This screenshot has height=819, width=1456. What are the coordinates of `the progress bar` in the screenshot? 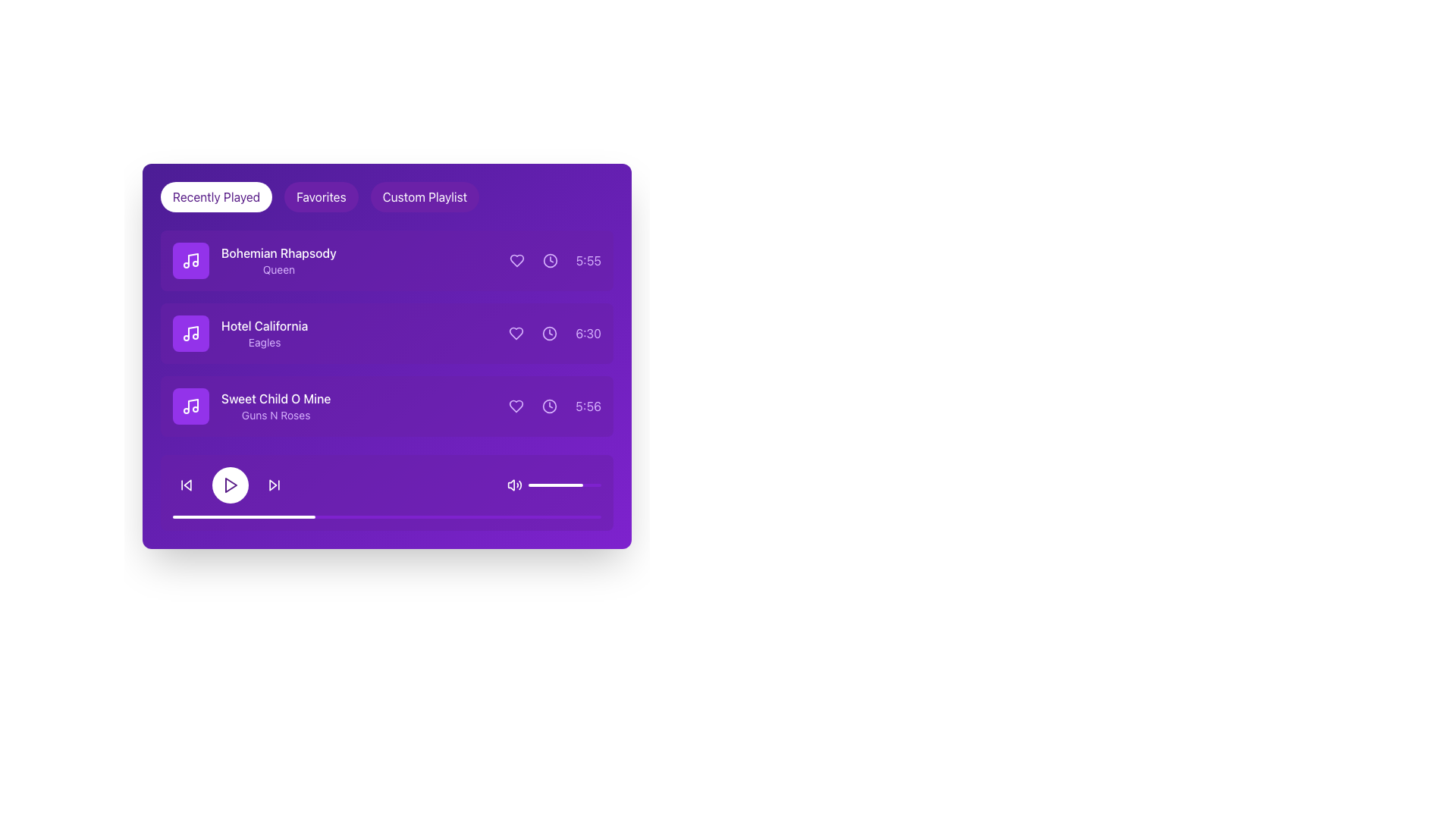 It's located at (446, 516).